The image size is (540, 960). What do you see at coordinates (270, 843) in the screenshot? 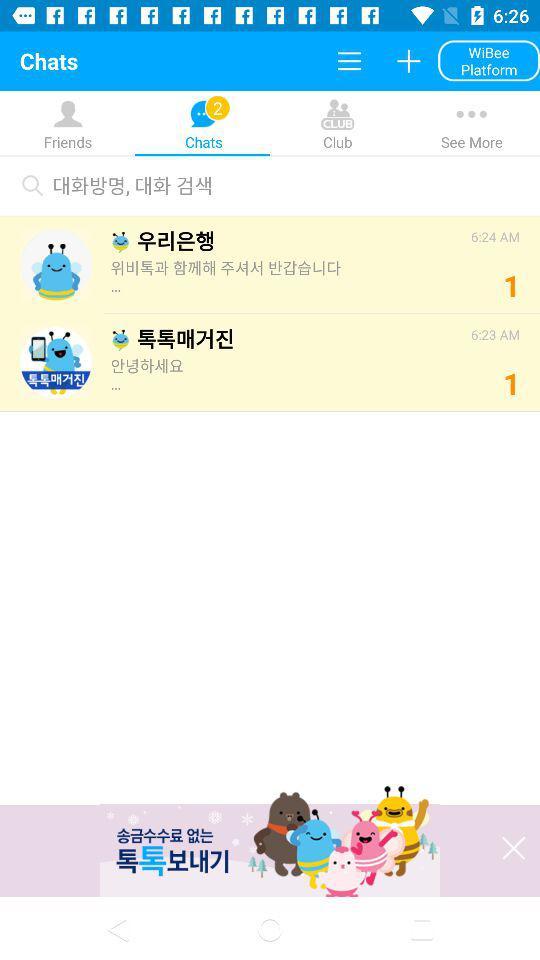
I see `image which is at the bottom of the page` at bounding box center [270, 843].